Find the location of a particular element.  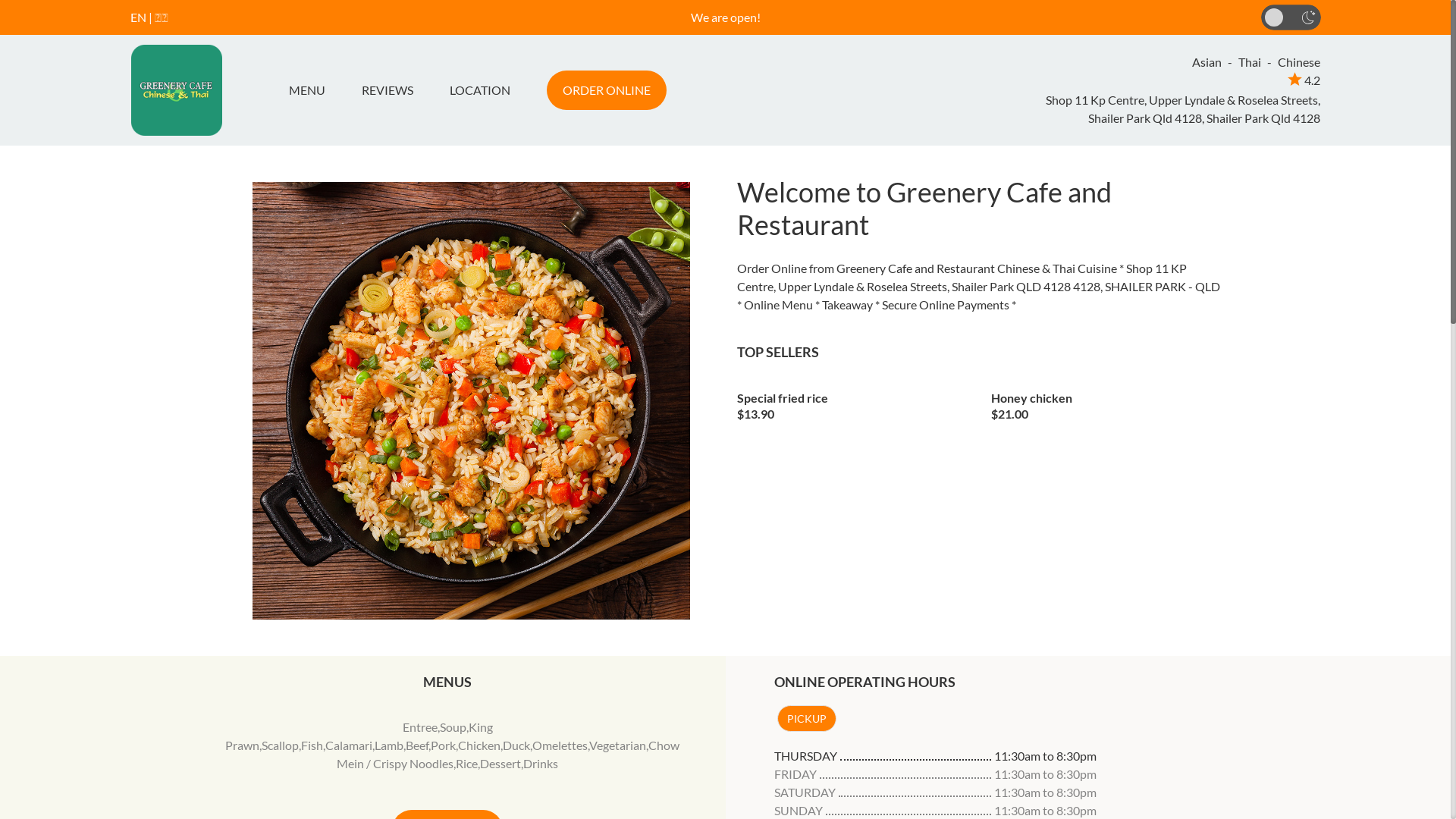

'ORDER ONLINE' is located at coordinates (604, 90).